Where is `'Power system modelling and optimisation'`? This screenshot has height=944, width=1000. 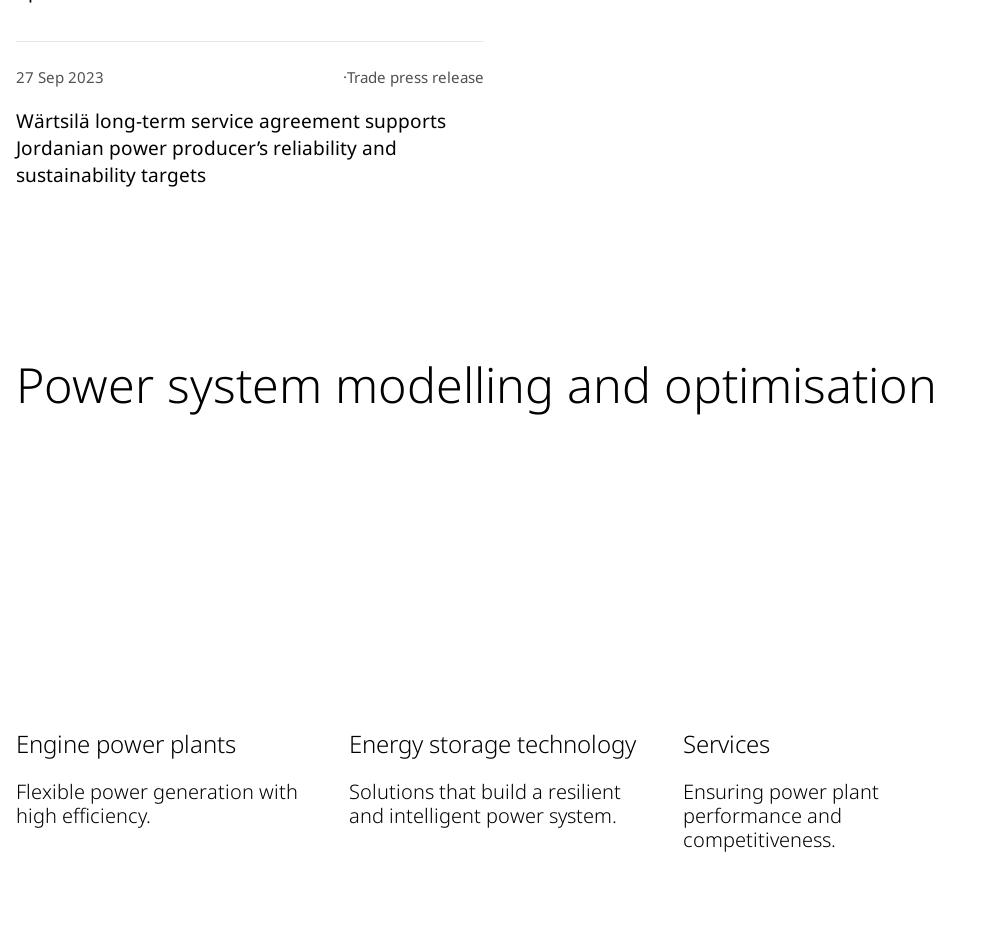 'Power system modelling and optimisation' is located at coordinates (475, 384).